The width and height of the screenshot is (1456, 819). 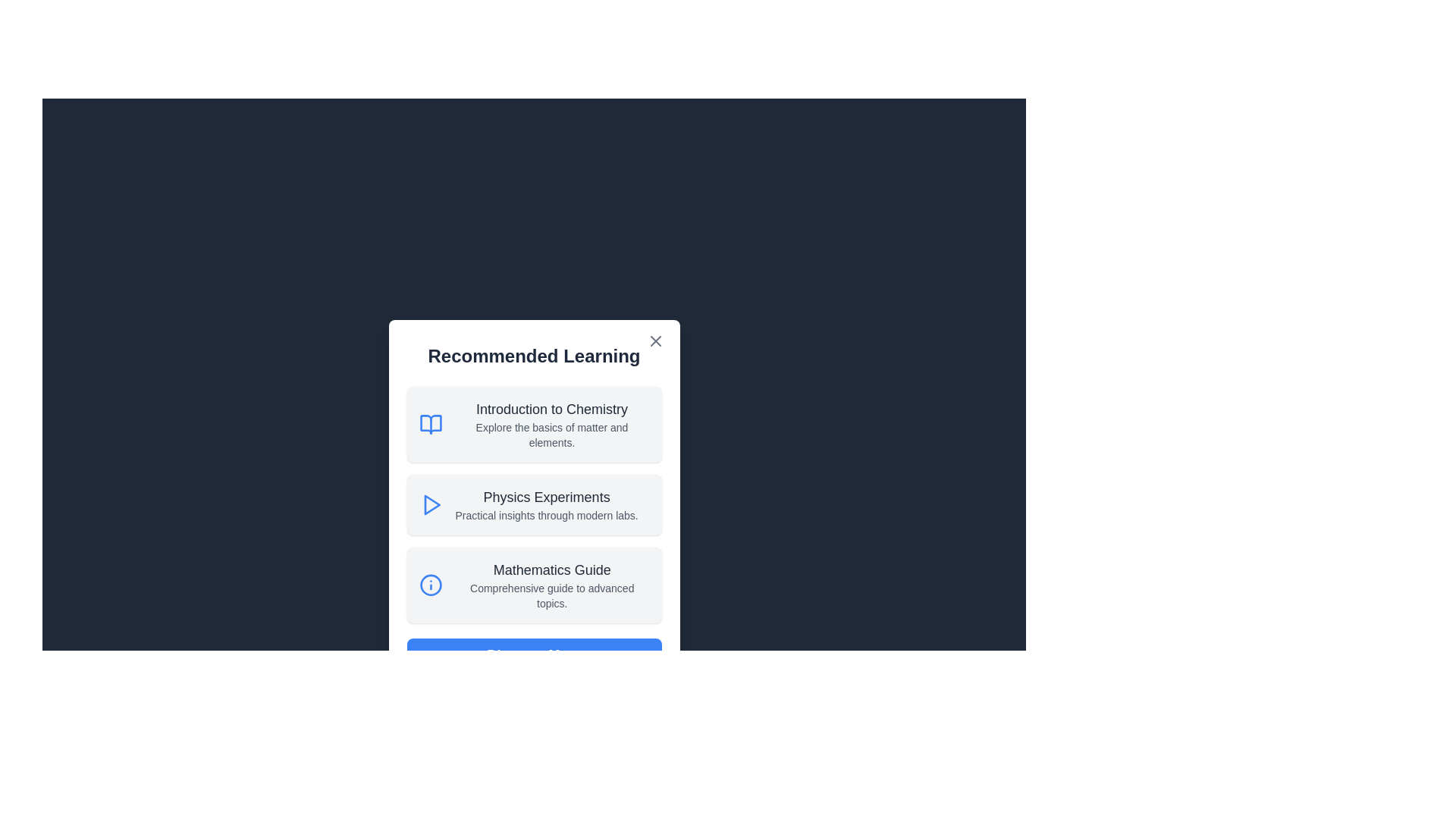 I want to click on the interactive list item labeled 'Mathematics Guide', which is a gray rounded rectangle with a blue circular icon on the left and two lines of text on the right, so click(x=534, y=584).